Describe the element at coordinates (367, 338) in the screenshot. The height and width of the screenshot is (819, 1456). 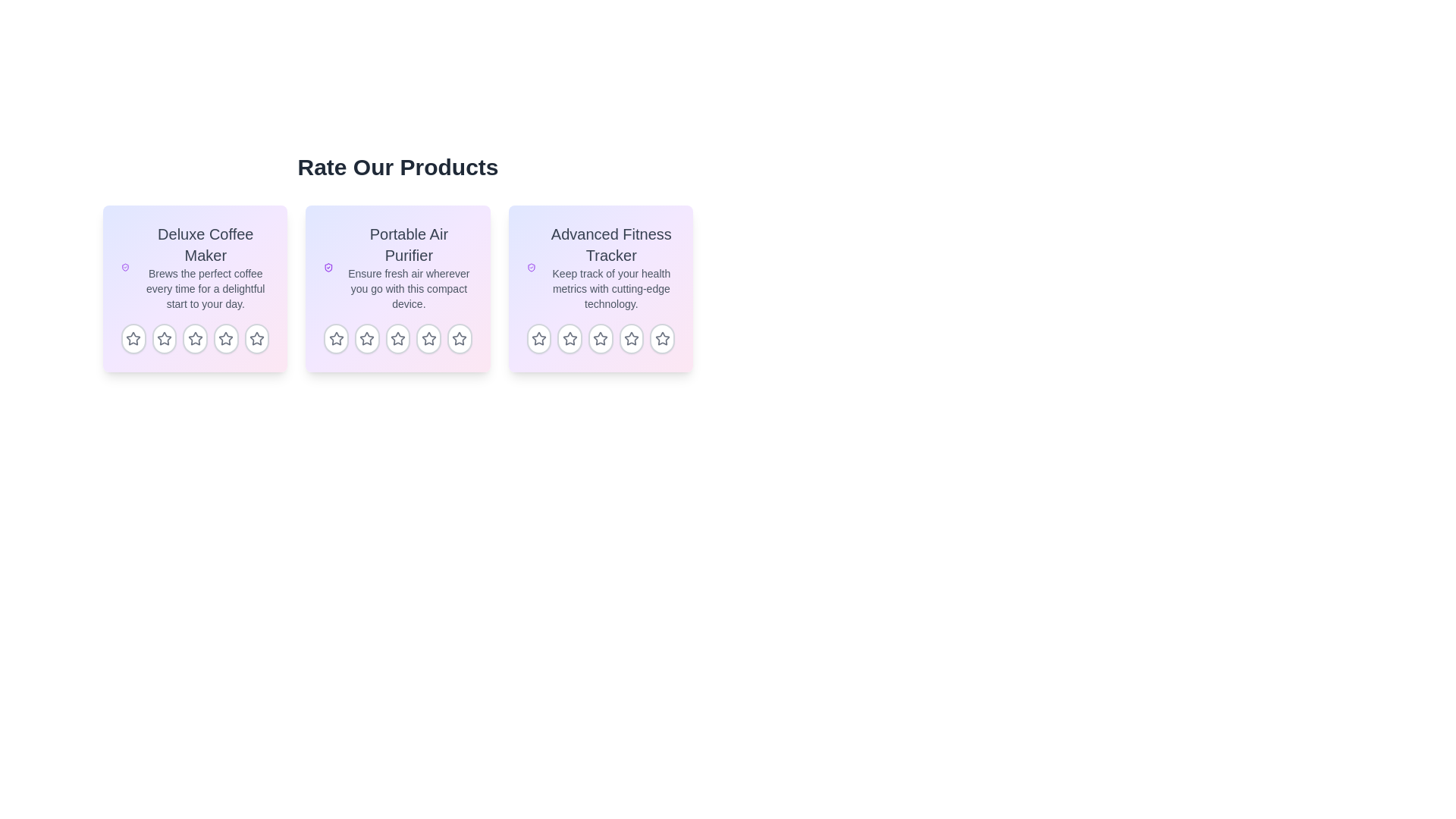
I see `the second star button, which is a circular button with a white background and a gray star icon, to scale it up` at that location.